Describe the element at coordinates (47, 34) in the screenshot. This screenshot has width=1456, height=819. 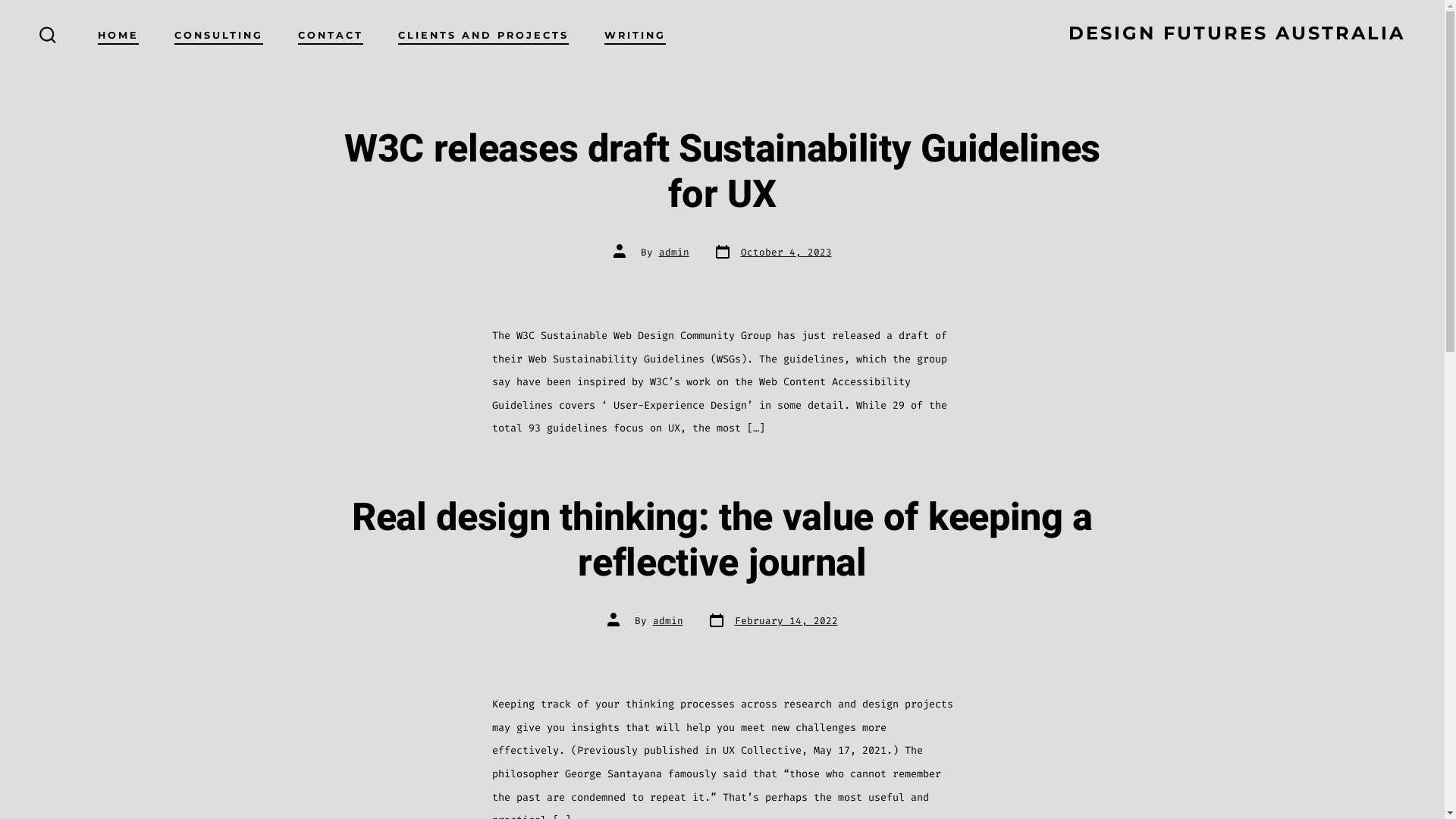
I see `'SEARCH TOGGLE'` at that location.